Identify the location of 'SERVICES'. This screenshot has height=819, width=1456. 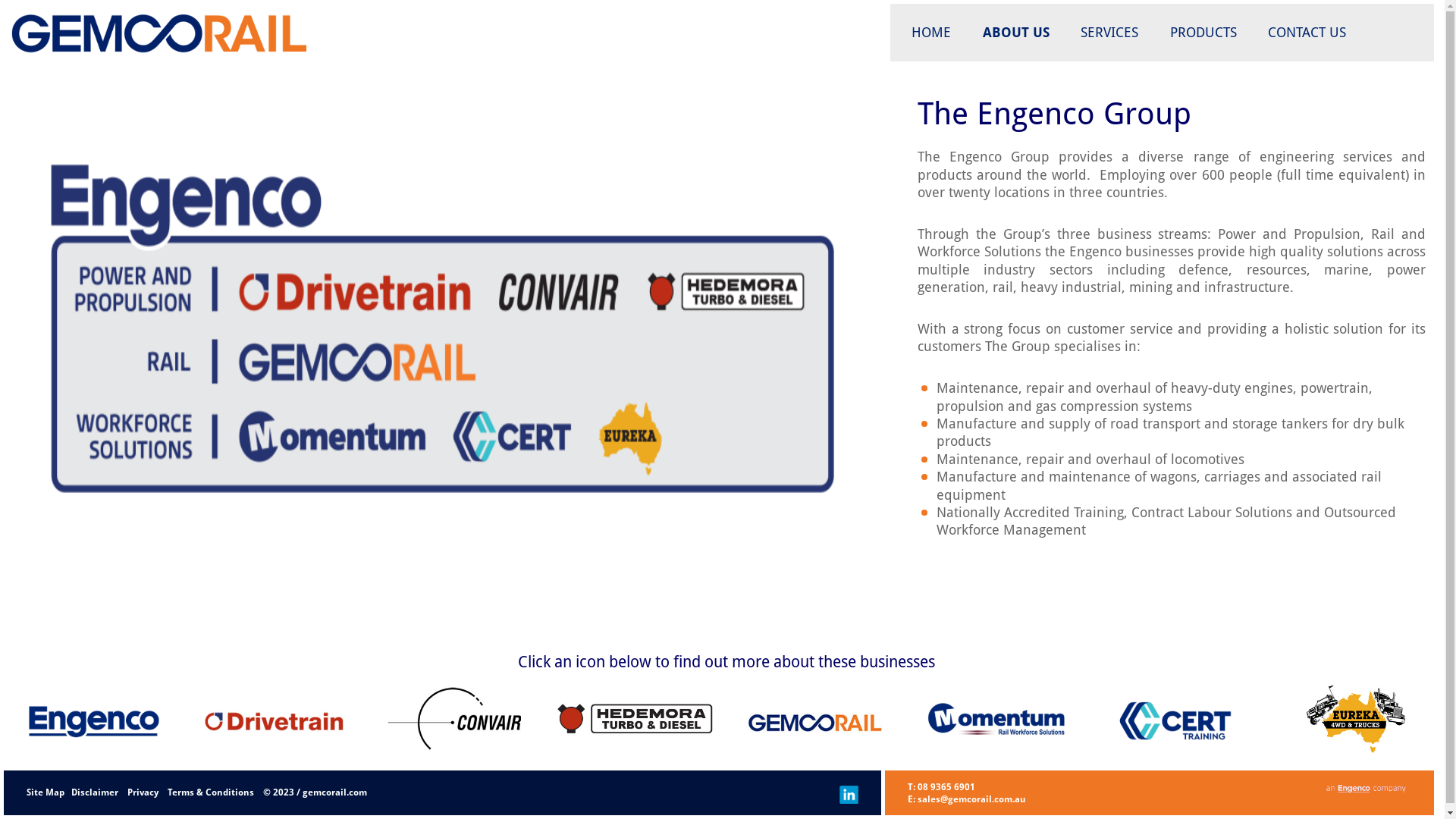
(1109, 32).